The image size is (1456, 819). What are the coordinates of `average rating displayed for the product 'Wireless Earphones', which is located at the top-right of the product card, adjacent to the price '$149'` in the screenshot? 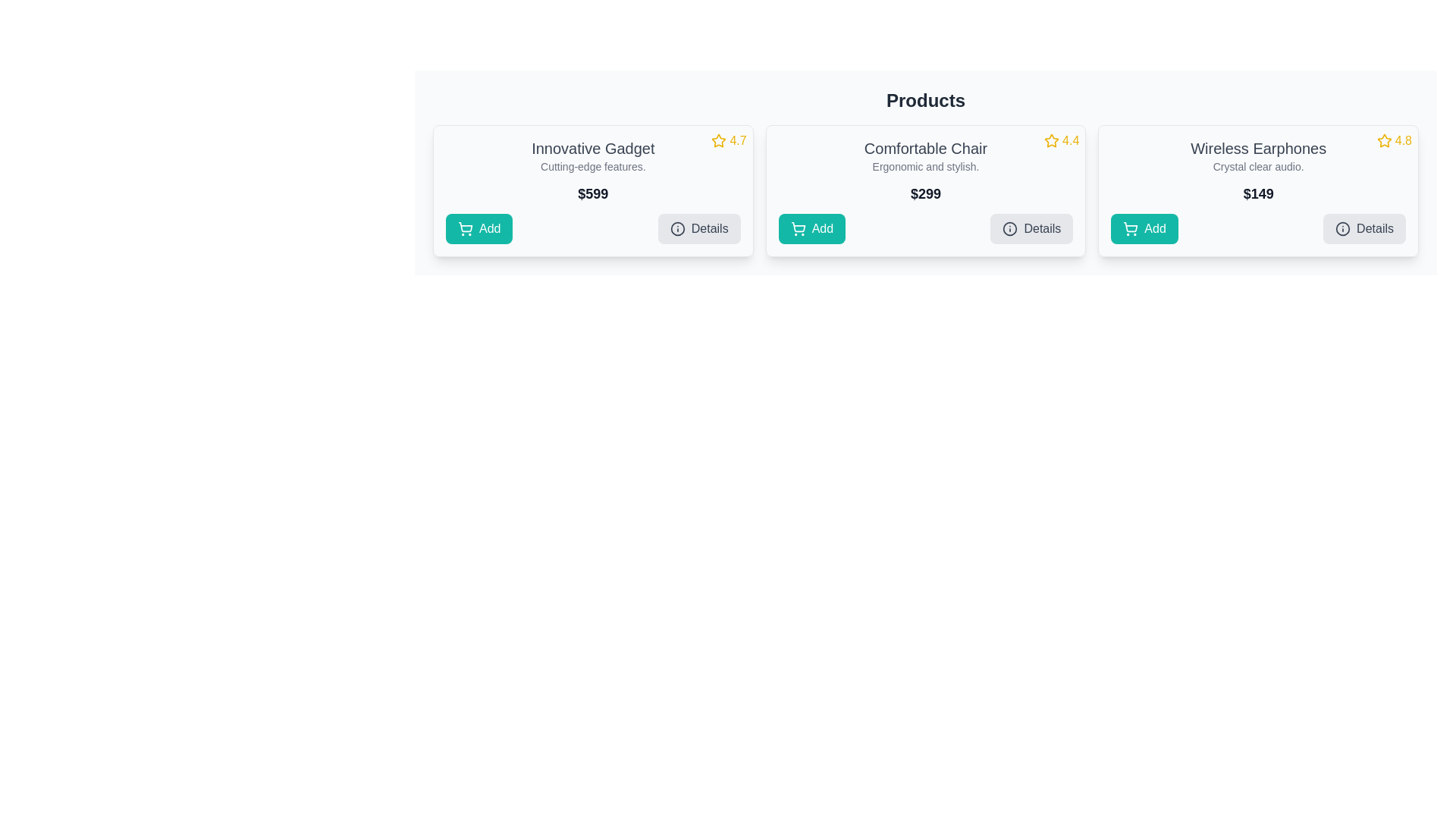 It's located at (1394, 140).